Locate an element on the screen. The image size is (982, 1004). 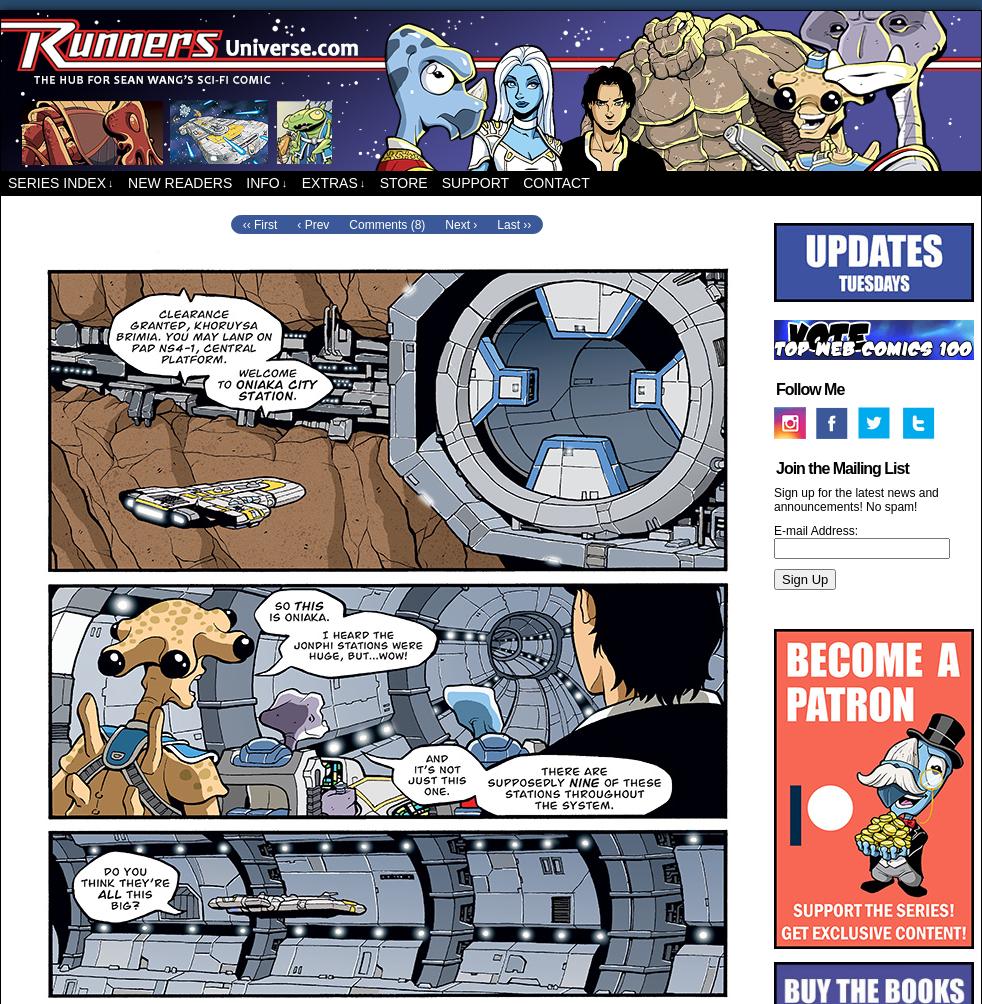
'Follow Me' is located at coordinates (809, 388).